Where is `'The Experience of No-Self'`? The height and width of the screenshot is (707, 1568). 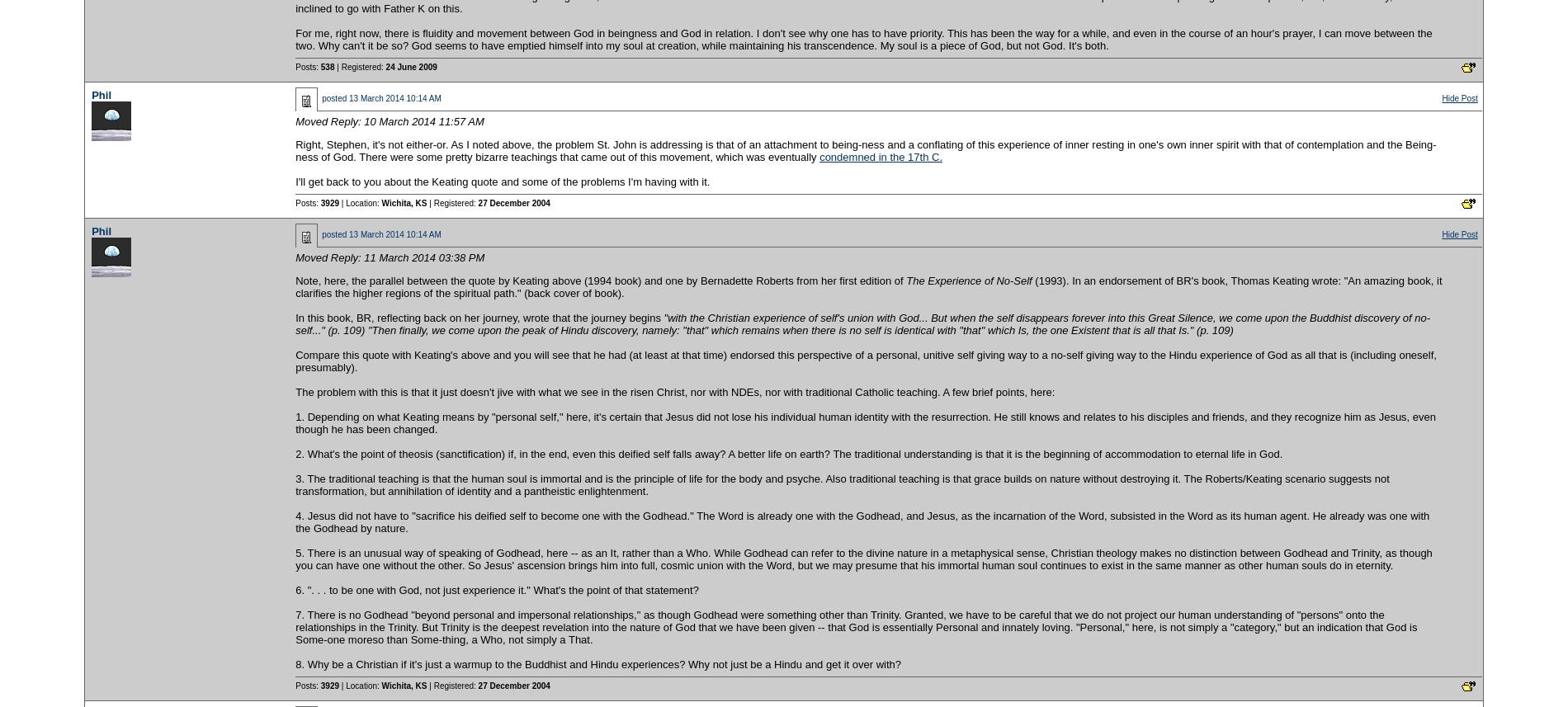
'The Experience of No-Self' is located at coordinates (969, 280).